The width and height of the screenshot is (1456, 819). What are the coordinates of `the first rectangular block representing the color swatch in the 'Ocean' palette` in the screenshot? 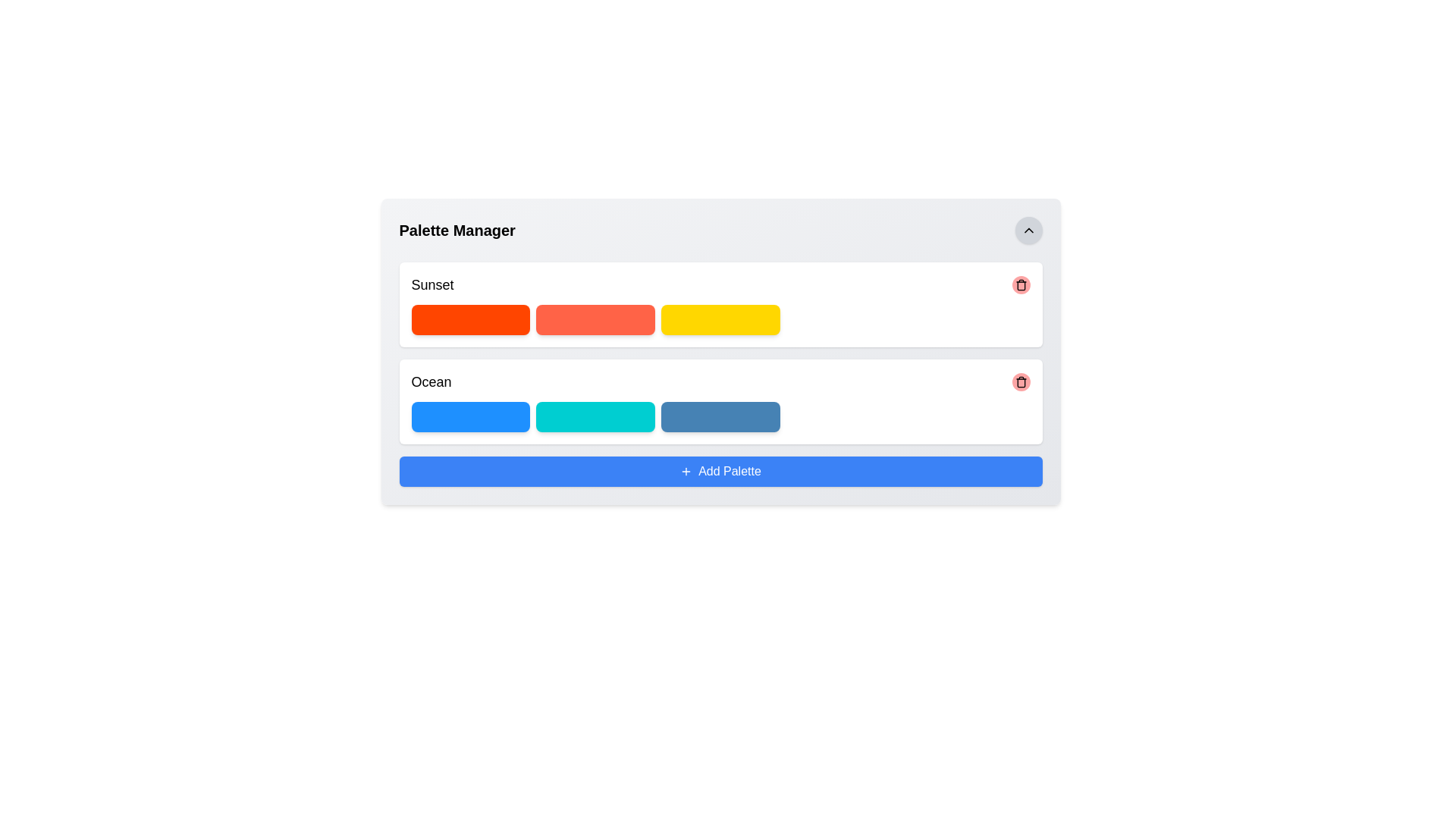 It's located at (469, 417).